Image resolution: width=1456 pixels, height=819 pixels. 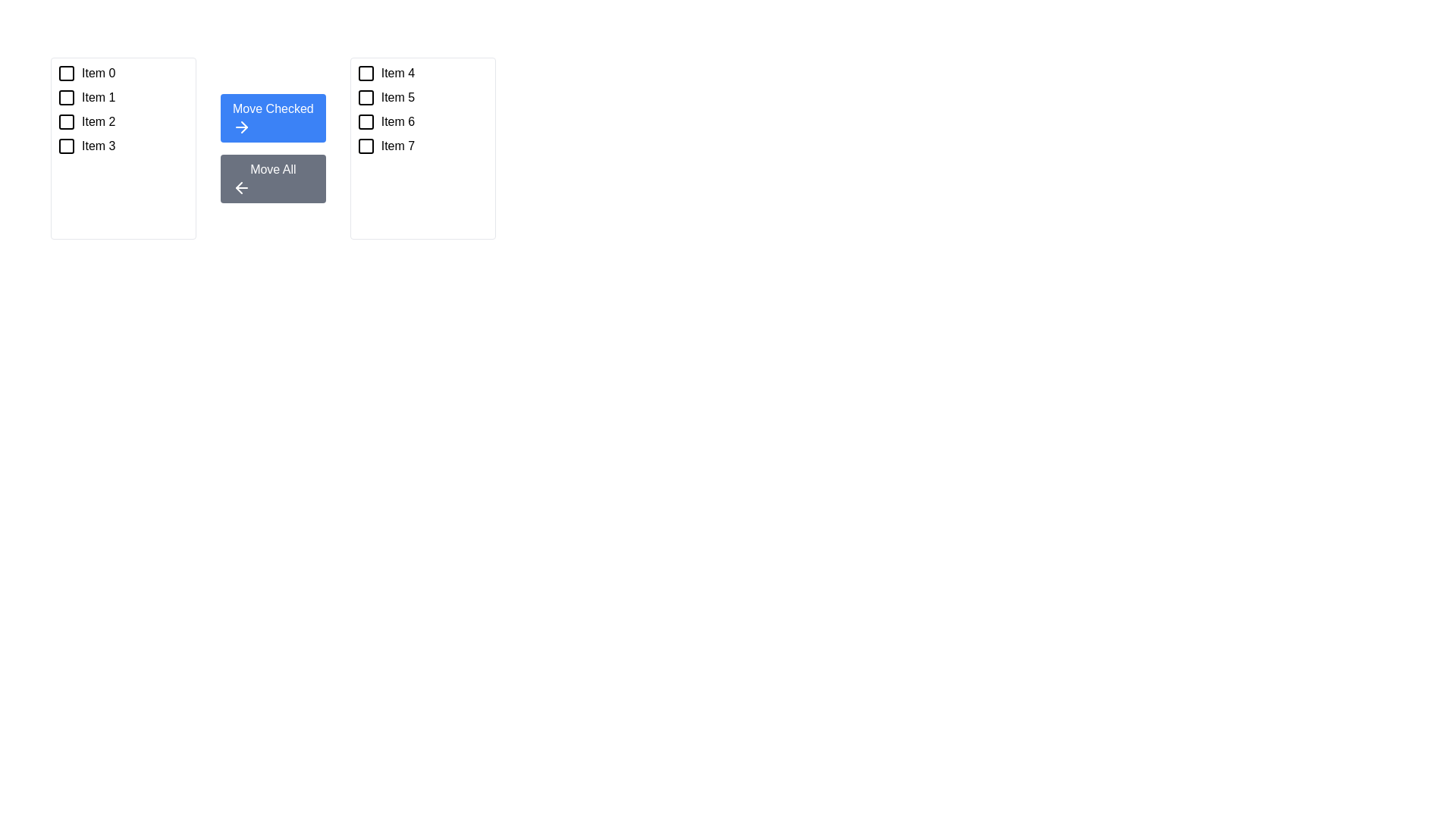 I want to click on the leftward arrow icon located inside the 'Move All' button at the bottom center of the layout, so click(x=240, y=187).